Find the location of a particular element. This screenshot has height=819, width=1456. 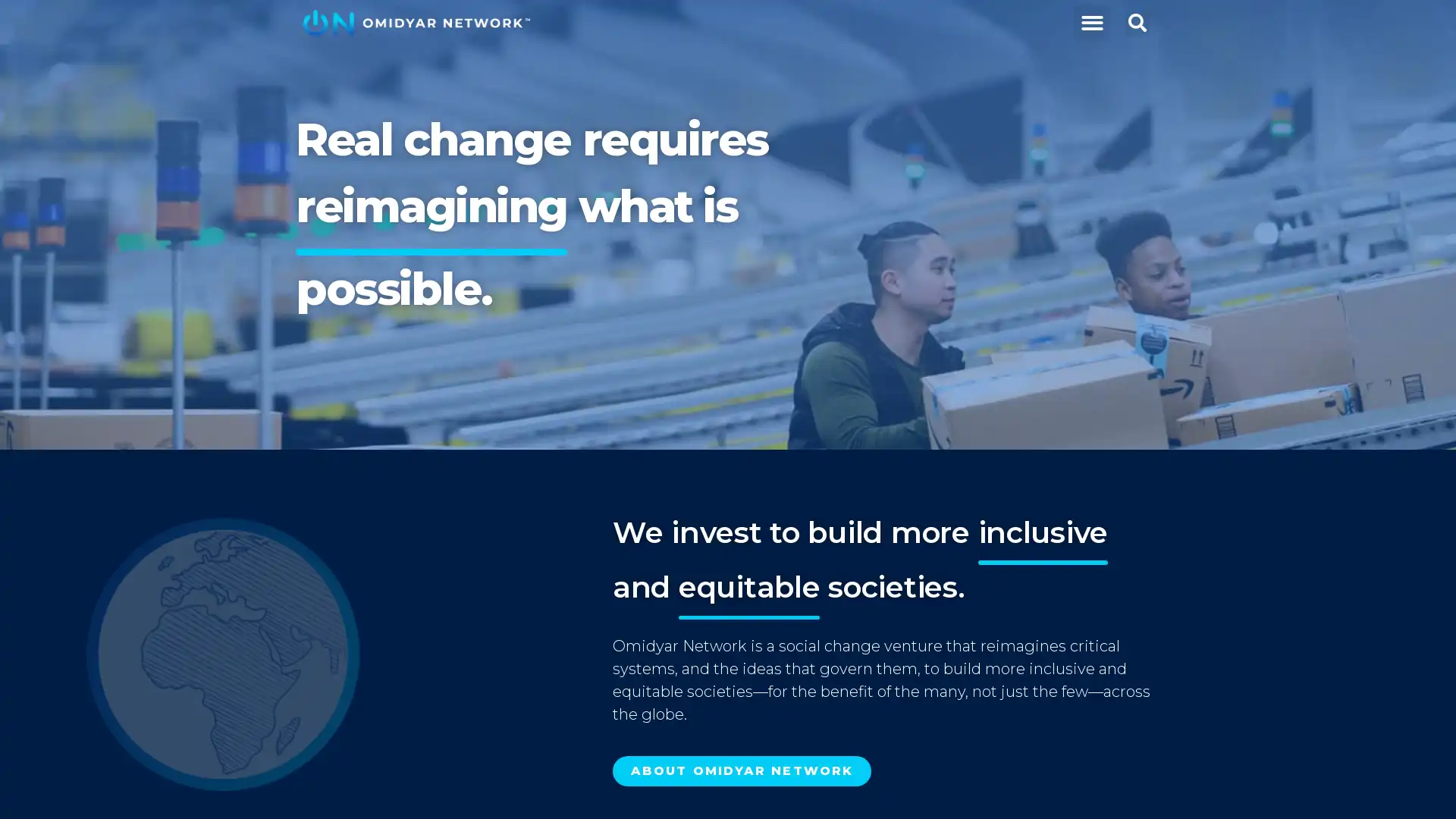

Menu Toggle is located at coordinates (1090, 23).